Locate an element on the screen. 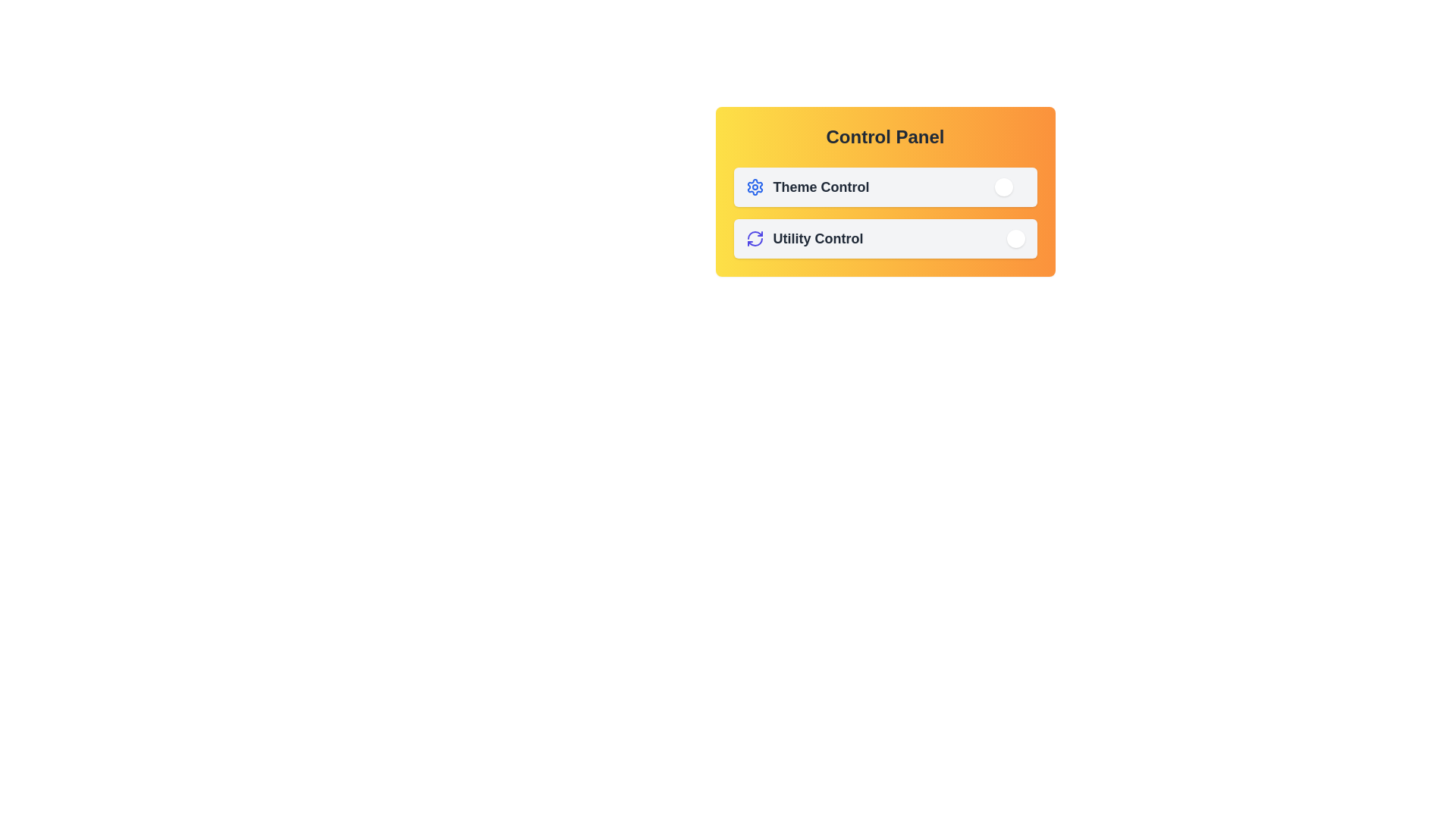 The image size is (1456, 819). 'Utility Control' text label located in the second row of the control panel, which has a blue refresh icon to its left is located at coordinates (803, 239).